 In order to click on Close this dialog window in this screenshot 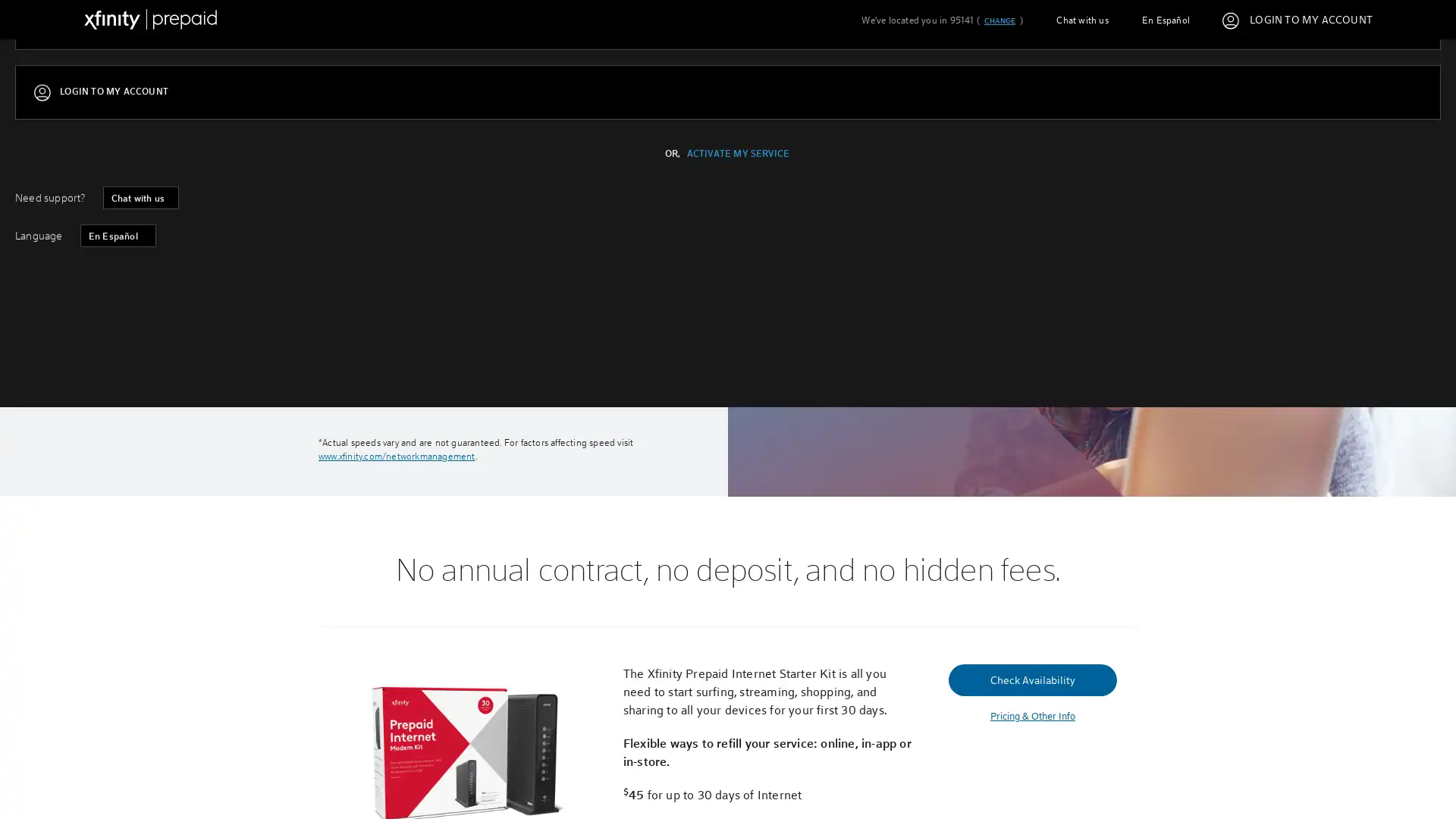, I will do `click(1015, 352)`.